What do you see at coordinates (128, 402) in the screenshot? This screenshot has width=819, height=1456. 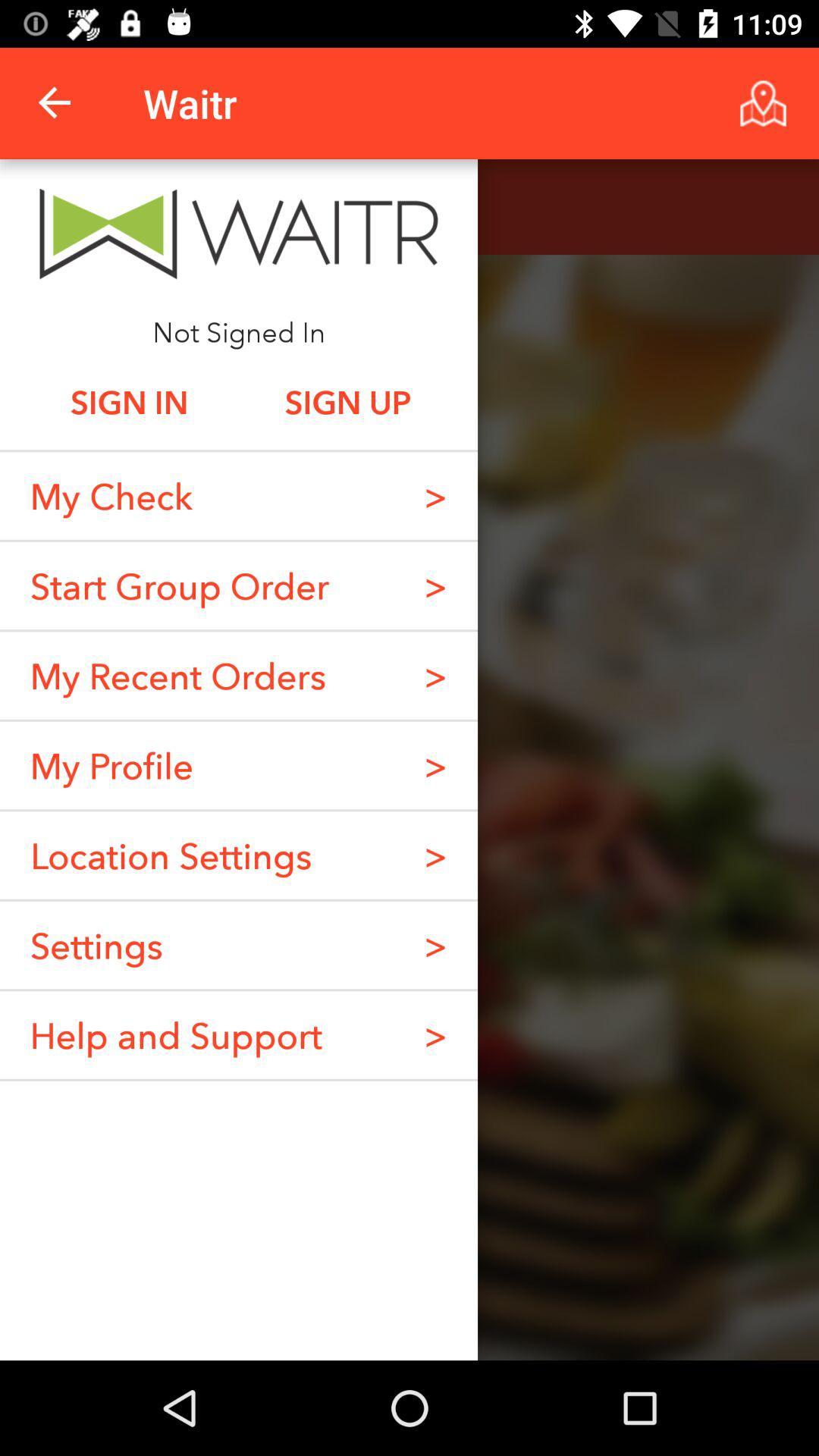 I see `item above my check` at bounding box center [128, 402].